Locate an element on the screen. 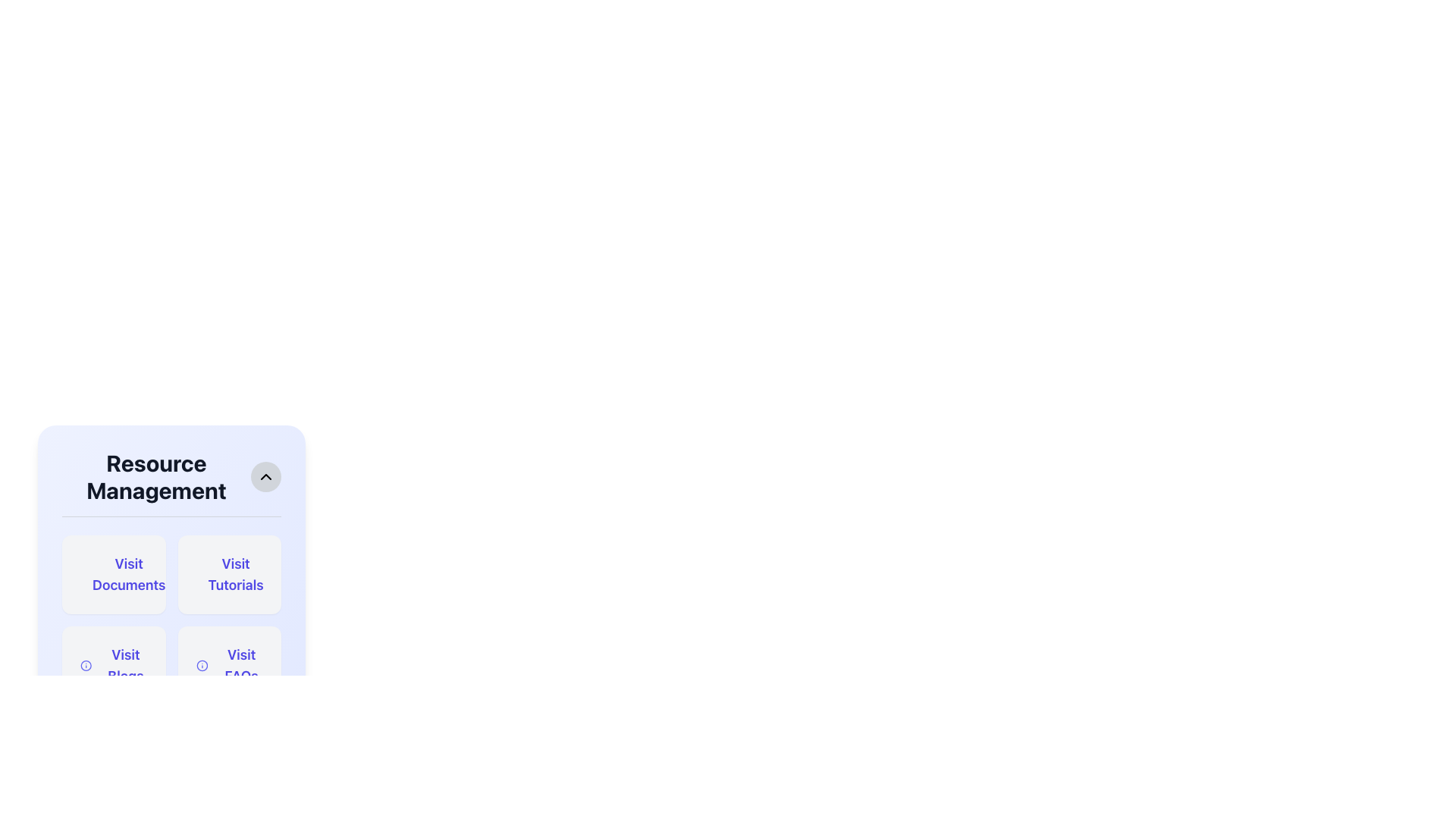  the 'Visit Blogs' button-like link, which is a bold, blue text link located in the lower left grid cell of the 'Resource Management' section is located at coordinates (125, 665).